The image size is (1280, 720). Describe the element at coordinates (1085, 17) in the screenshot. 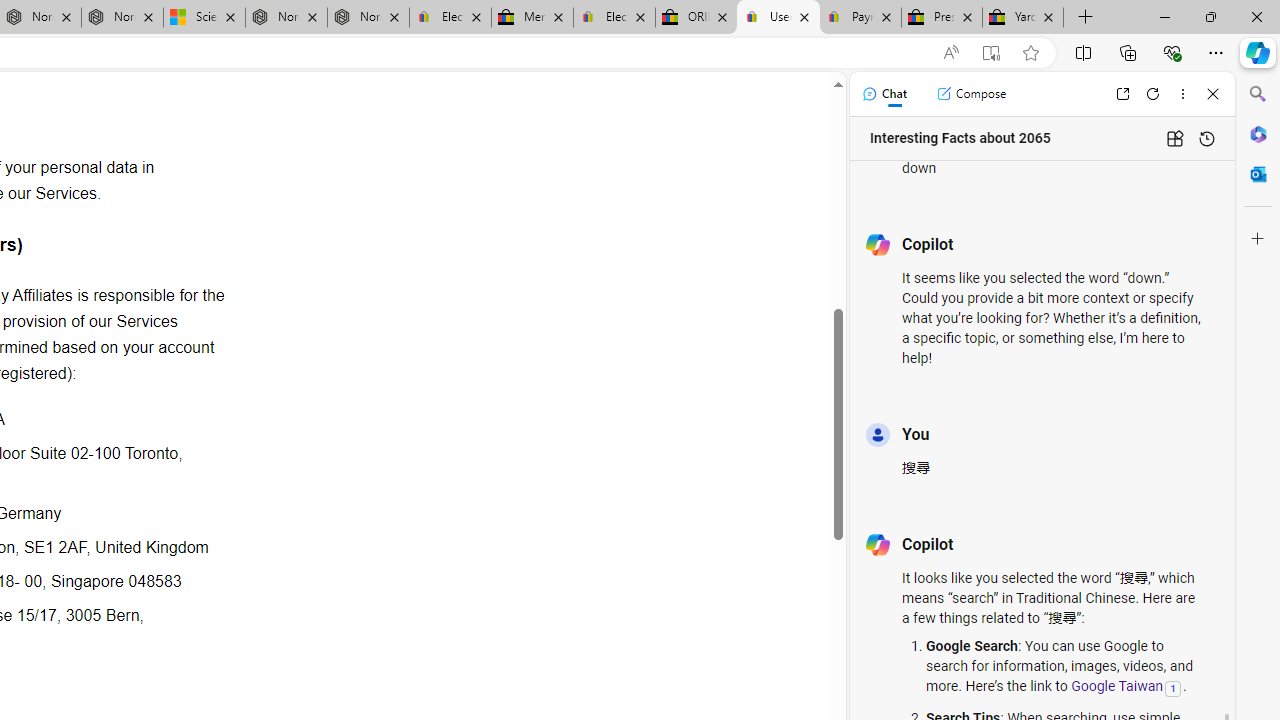

I see `'New Tab'` at that location.